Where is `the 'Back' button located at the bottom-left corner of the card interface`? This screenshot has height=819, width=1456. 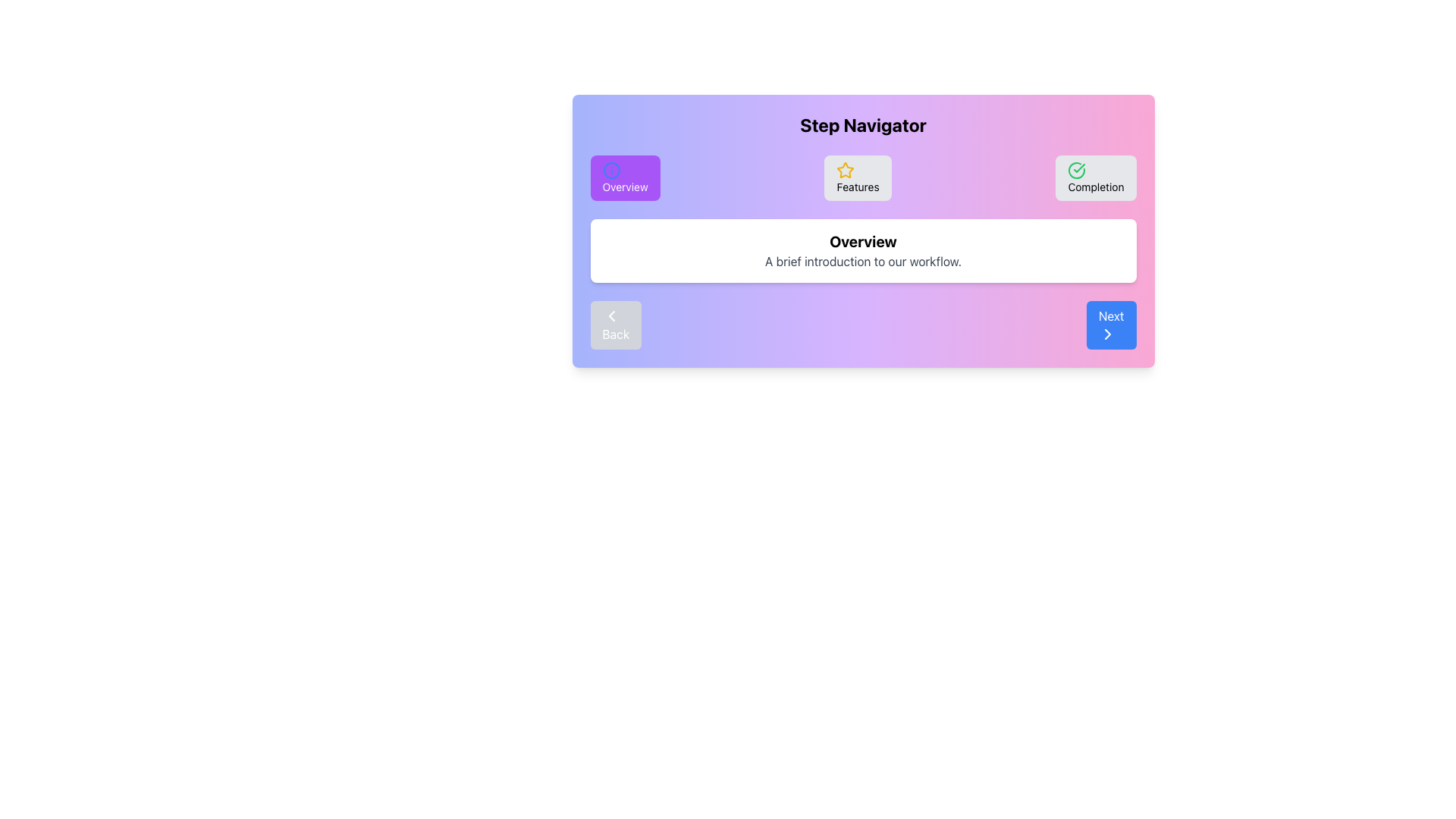 the 'Back' button located at the bottom-left corner of the card interface is located at coordinates (611, 315).